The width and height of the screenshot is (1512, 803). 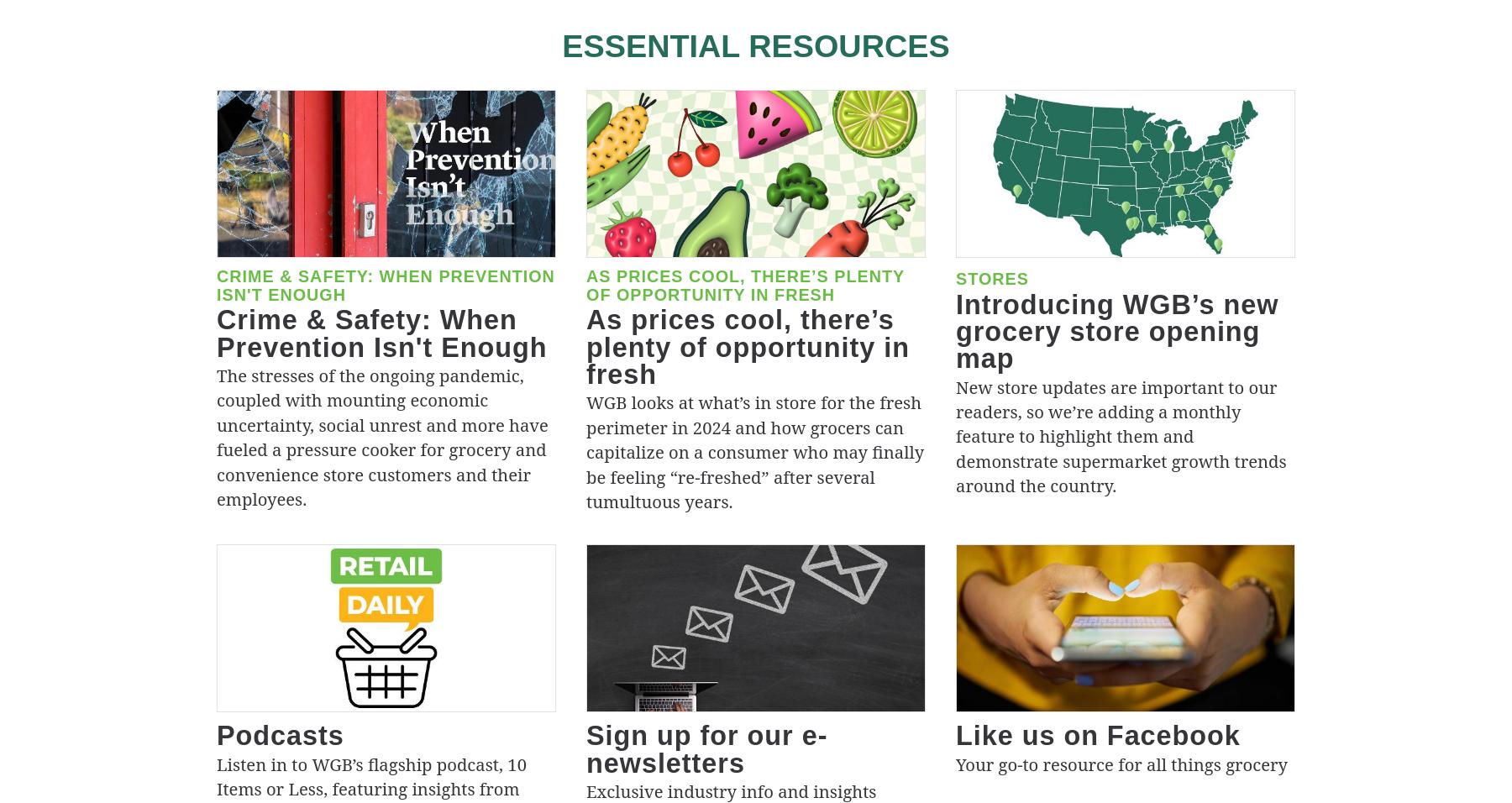 What do you see at coordinates (1121, 763) in the screenshot?
I see `'Your go-to resource for all things grocery'` at bounding box center [1121, 763].